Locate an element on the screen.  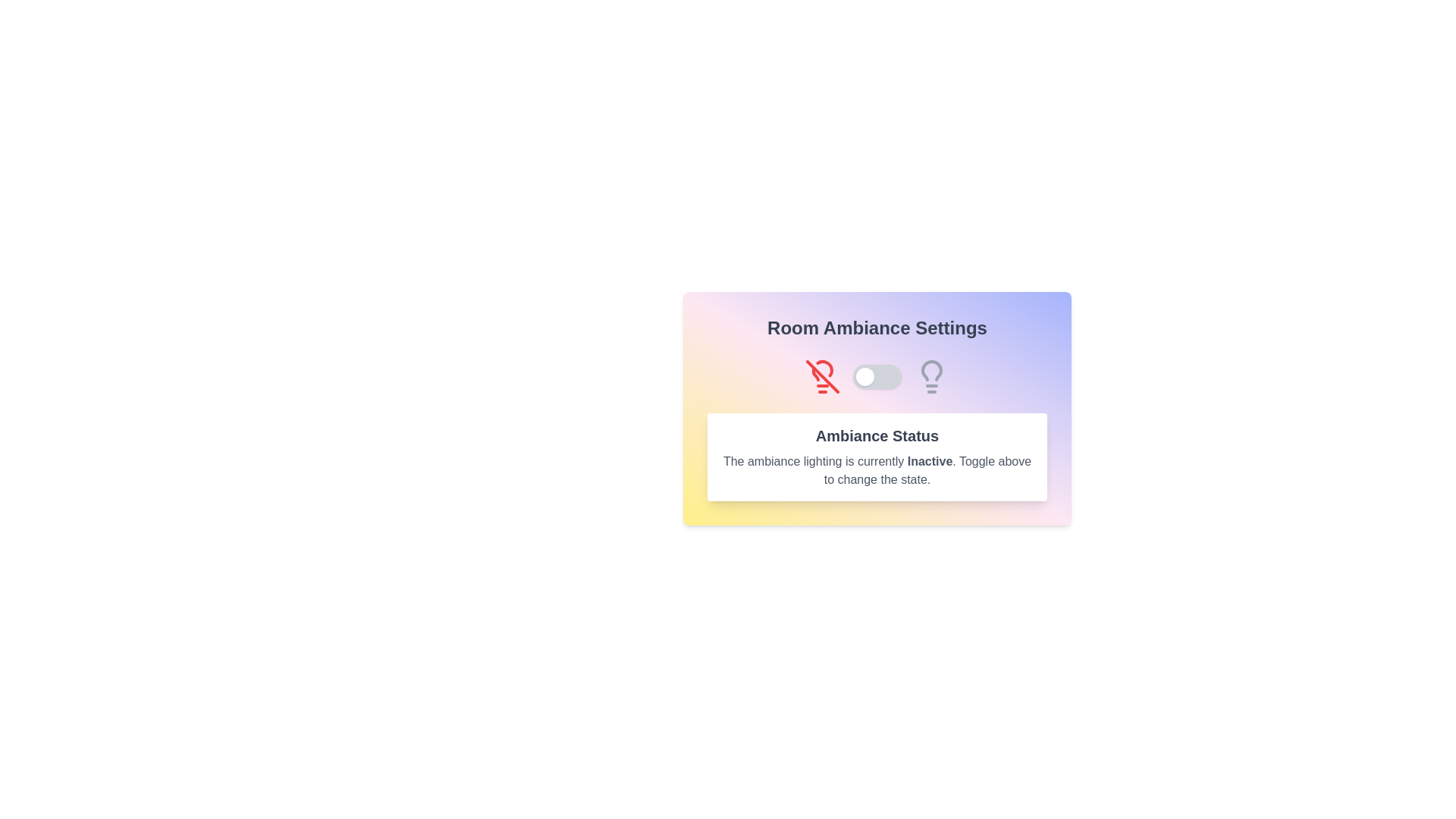
the toggle switch handle, which is a small circular switch with a white background and rounded edges is located at coordinates (865, 376).